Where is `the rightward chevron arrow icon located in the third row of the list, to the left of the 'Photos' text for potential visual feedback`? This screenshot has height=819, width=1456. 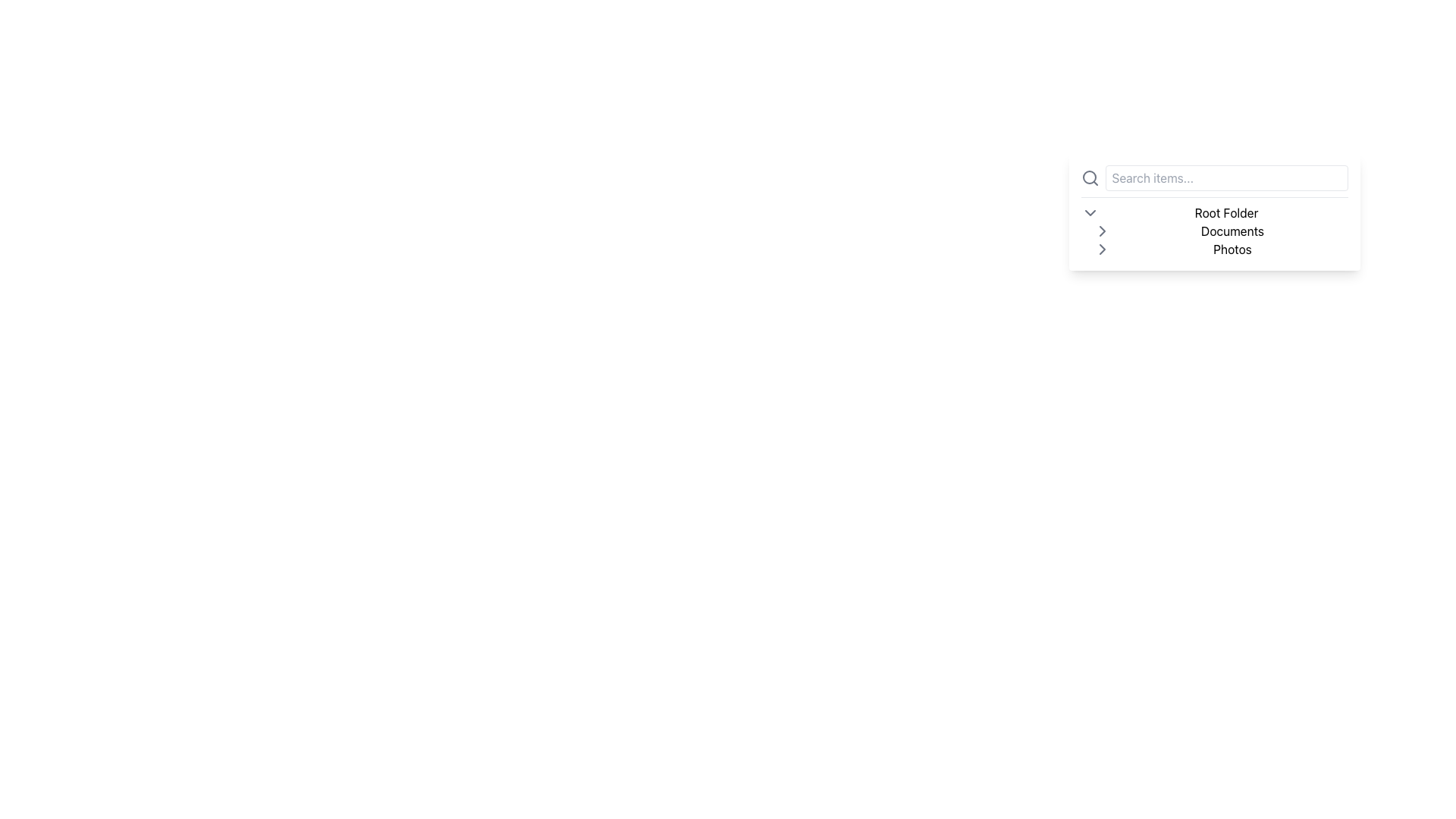
the rightward chevron arrow icon located in the third row of the list, to the left of the 'Photos' text for potential visual feedback is located at coordinates (1102, 248).